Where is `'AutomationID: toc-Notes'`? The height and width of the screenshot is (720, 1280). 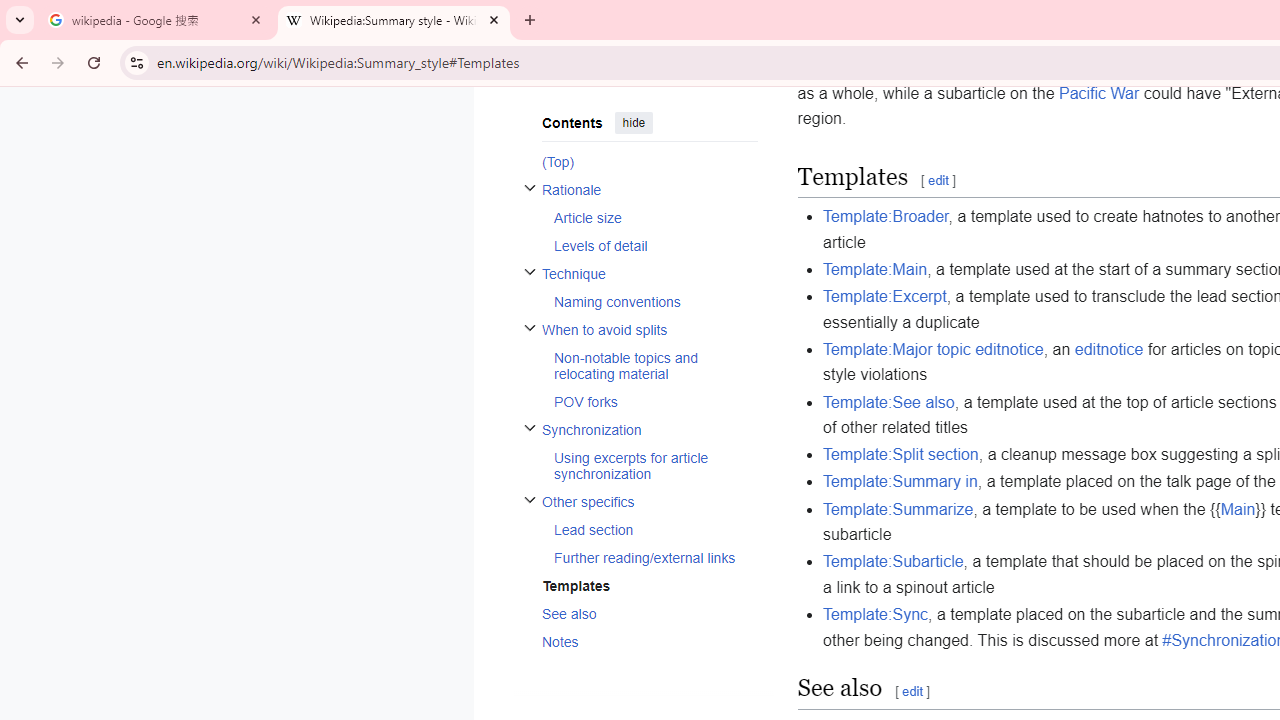
'AutomationID: toc-Notes' is located at coordinates (643, 641).